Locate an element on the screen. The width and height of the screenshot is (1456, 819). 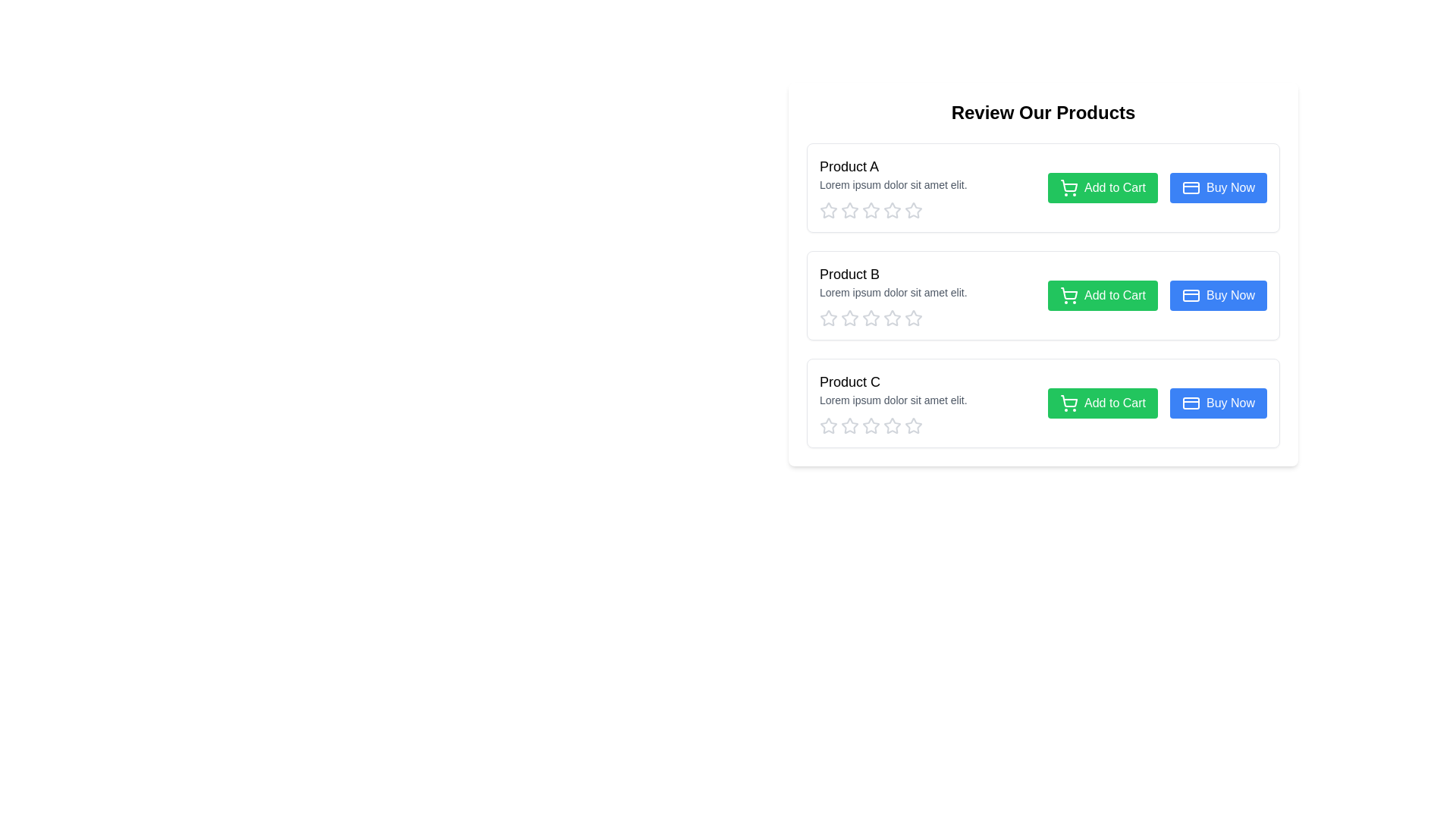
the star in the rating system for 'Product C' is located at coordinates (871, 426).